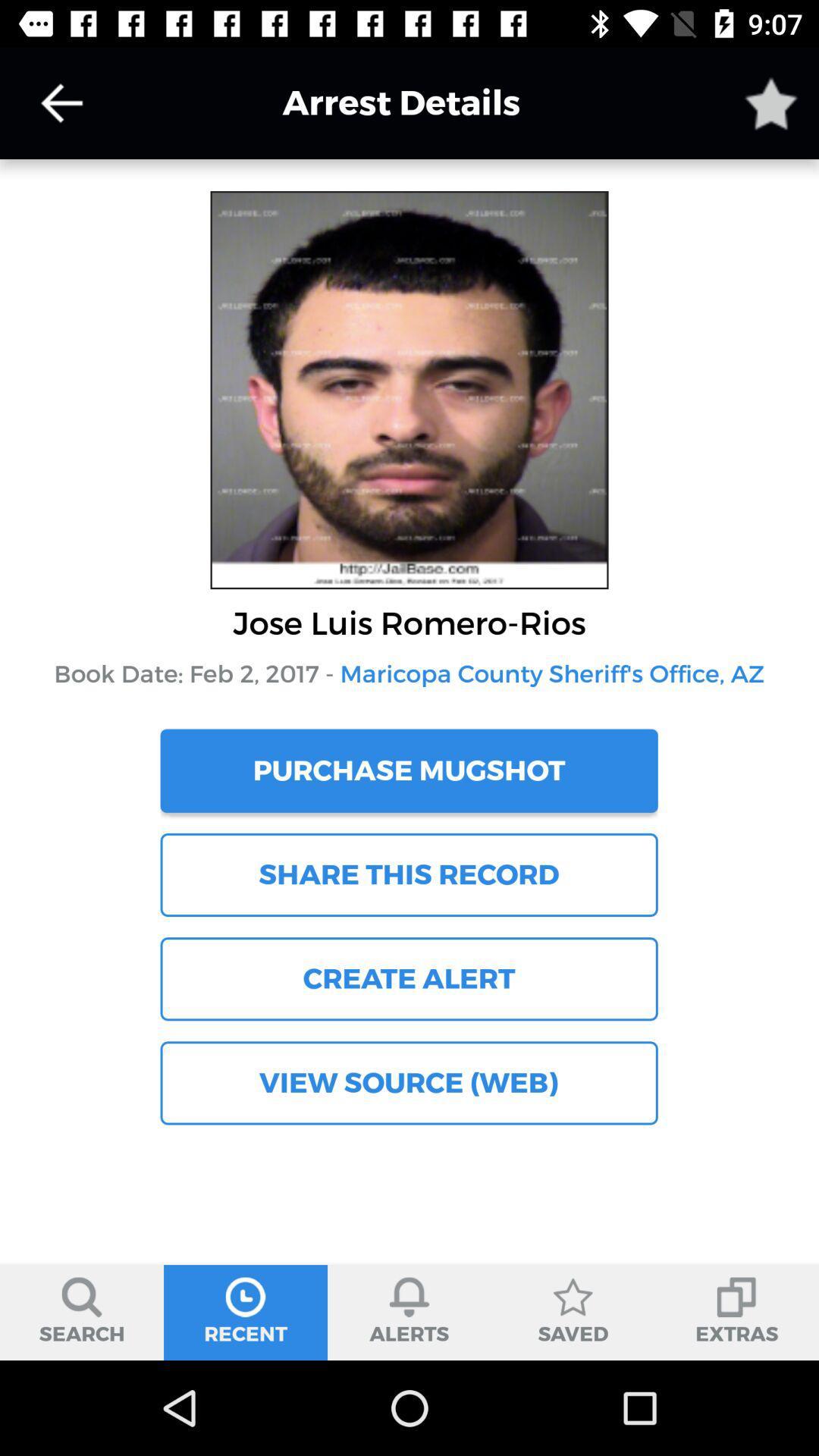 This screenshot has height=1456, width=819. Describe the element at coordinates (408, 874) in the screenshot. I see `the share this record icon` at that location.